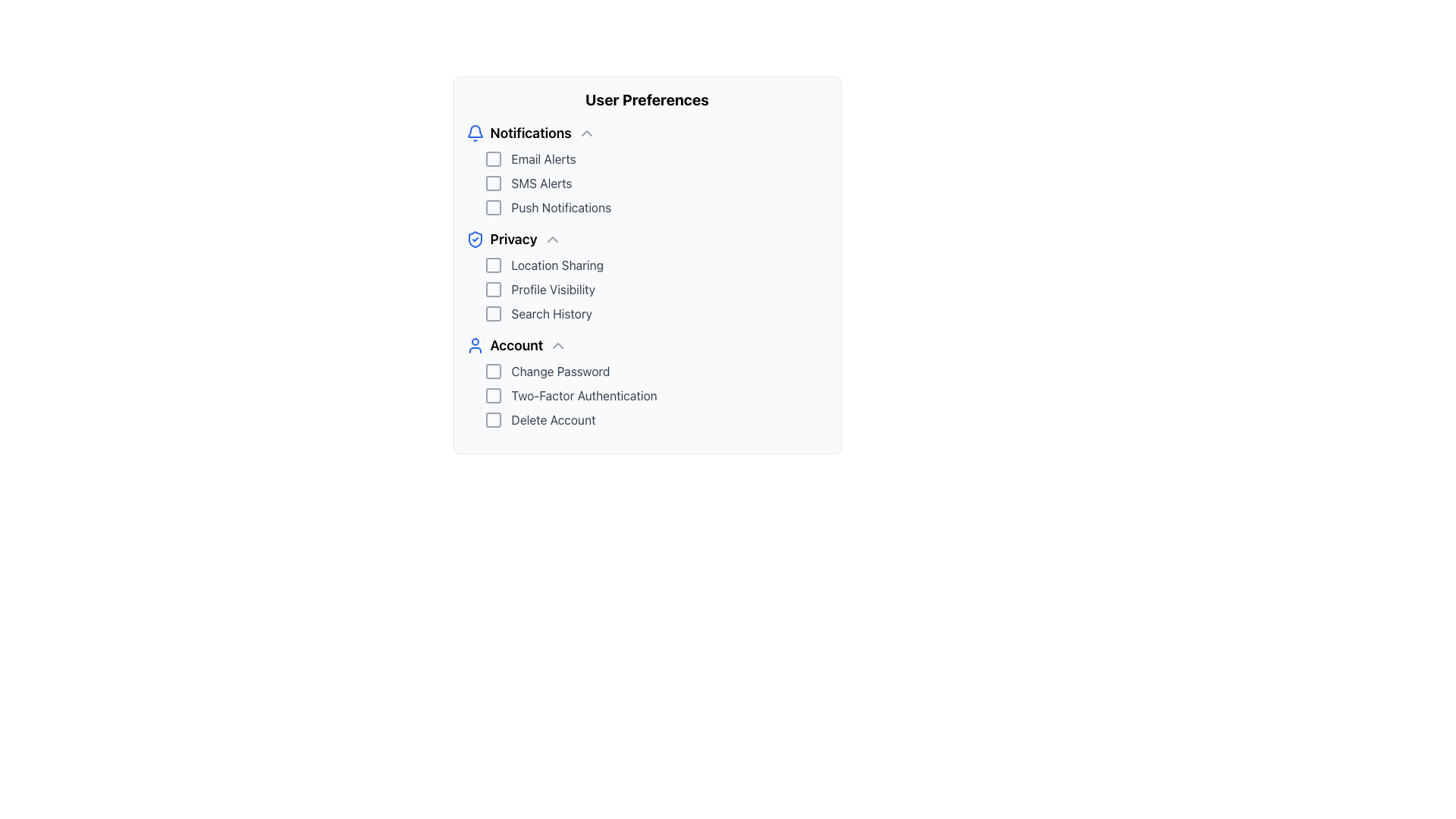  Describe the element at coordinates (493, 207) in the screenshot. I see `the checkbox located next to the 'Push Notifications' label in the 'Notifications' section of the user preferences panel` at that location.